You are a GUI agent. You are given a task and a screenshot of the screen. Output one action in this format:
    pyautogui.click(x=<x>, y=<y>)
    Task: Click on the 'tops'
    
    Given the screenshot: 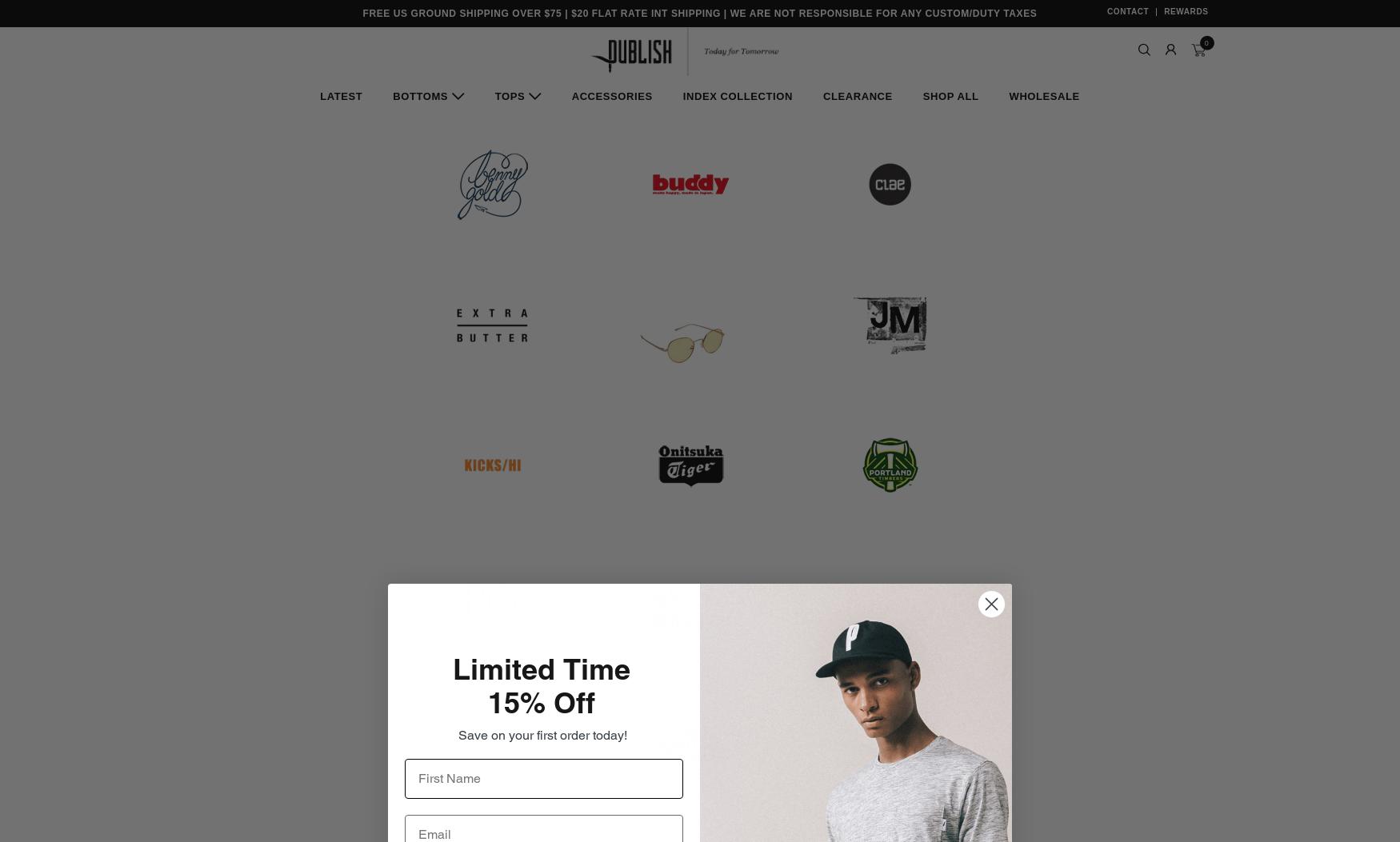 What is the action you would take?
    pyautogui.click(x=509, y=96)
    